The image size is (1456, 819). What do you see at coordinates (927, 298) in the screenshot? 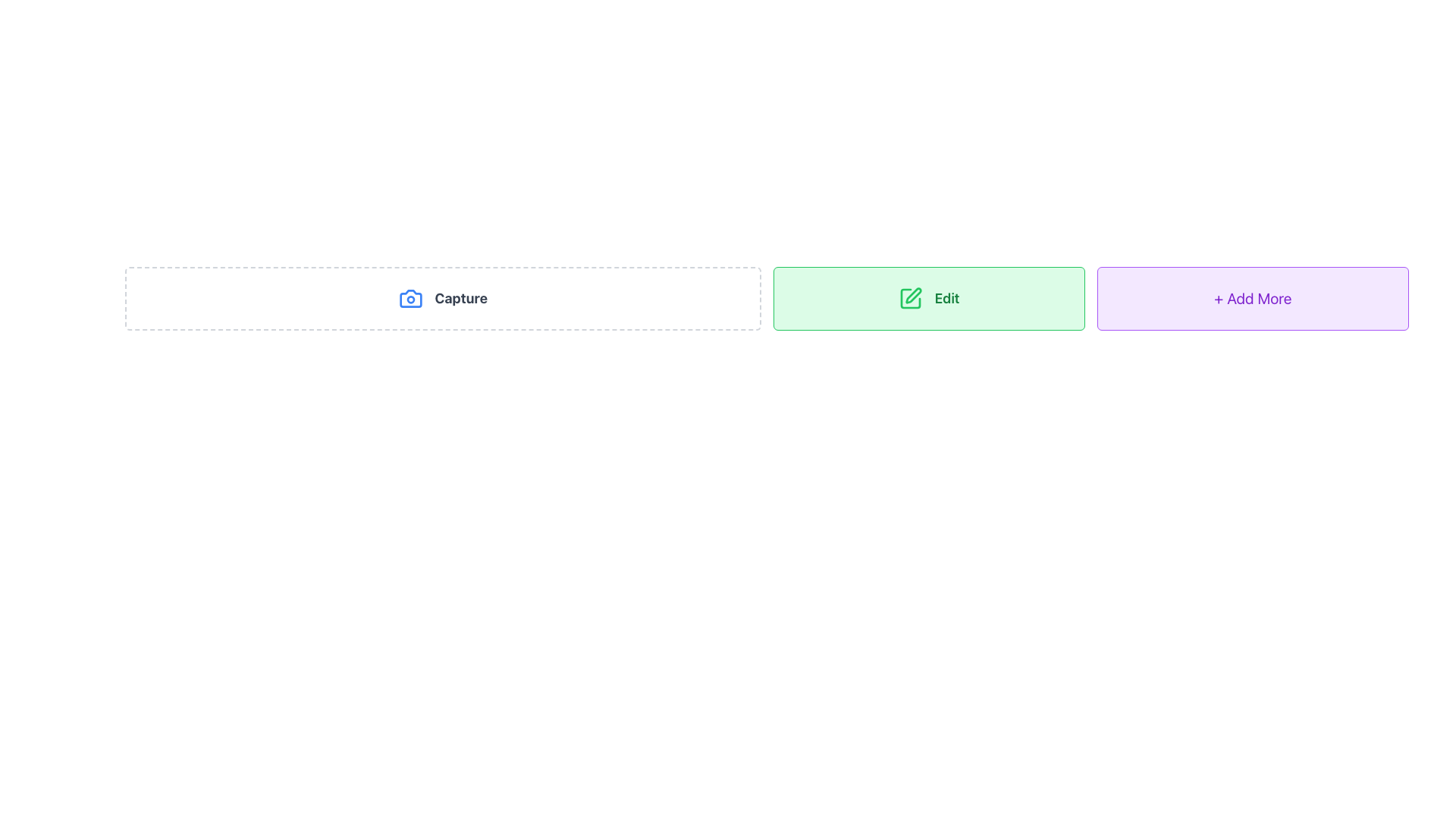
I see `the 'Edit' button with a light green background and a green pen icon` at bounding box center [927, 298].